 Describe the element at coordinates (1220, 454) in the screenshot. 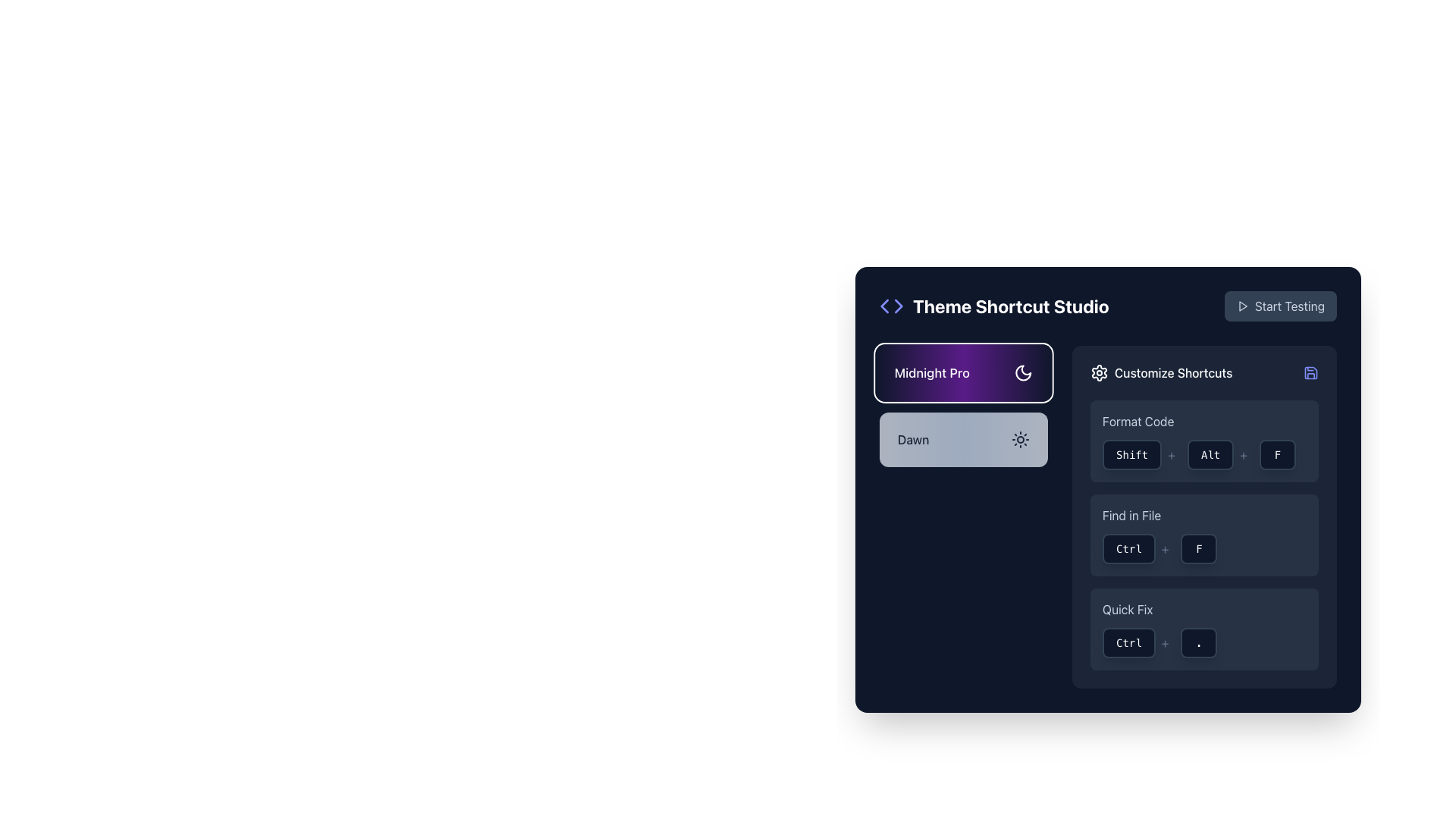

I see `the display-only 'Alt' key button located in the 'Format Code' section of the 'Customize Shortcuts' panel, positioned between the 'Shift' button and the '+' symbol` at that location.